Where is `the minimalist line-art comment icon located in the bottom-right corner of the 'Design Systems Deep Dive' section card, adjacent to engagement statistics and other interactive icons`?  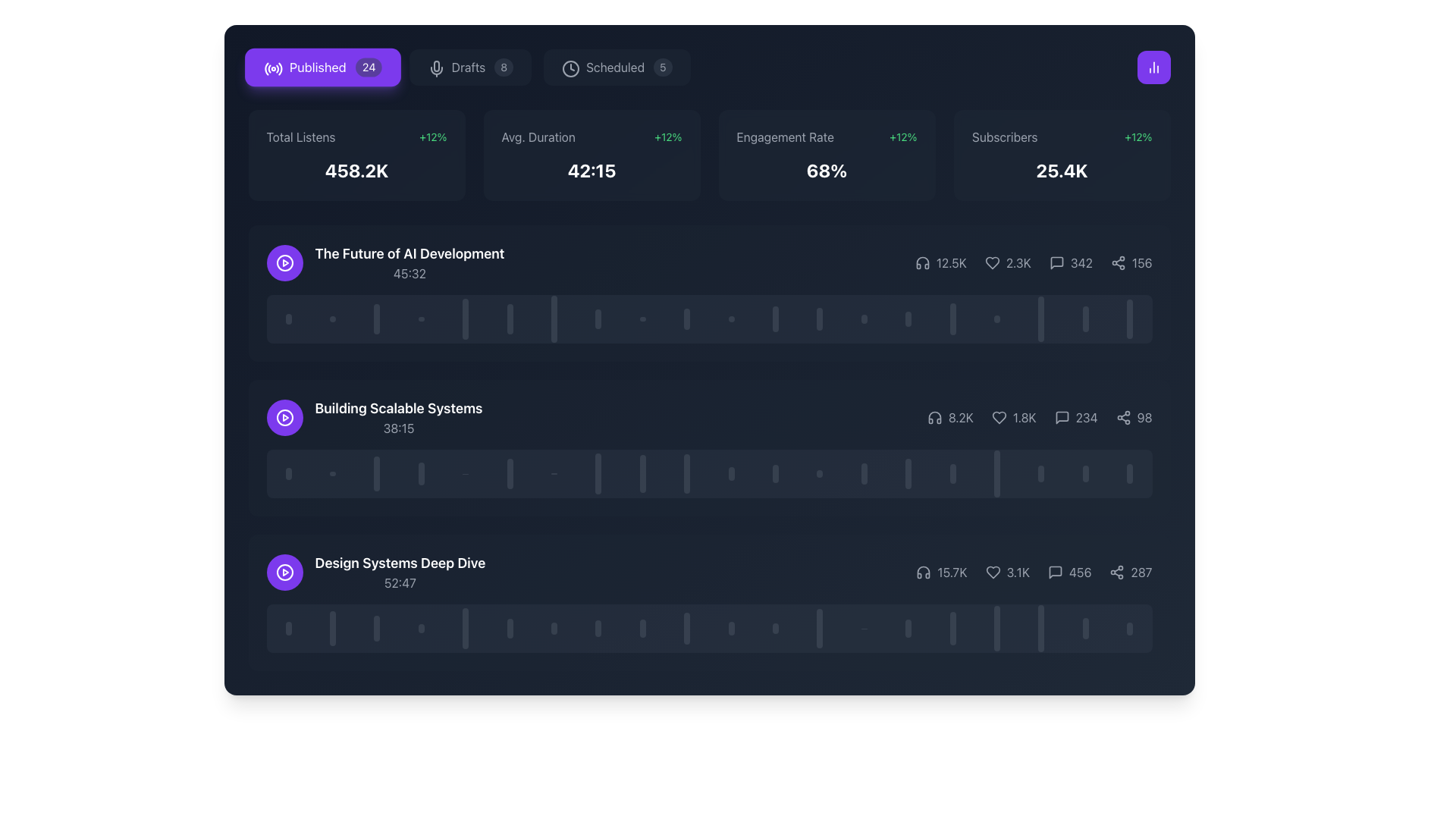 the minimalist line-art comment icon located in the bottom-right corner of the 'Design Systems Deep Dive' section card, adjacent to engagement statistics and other interactive icons is located at coordinates (1055, 573).